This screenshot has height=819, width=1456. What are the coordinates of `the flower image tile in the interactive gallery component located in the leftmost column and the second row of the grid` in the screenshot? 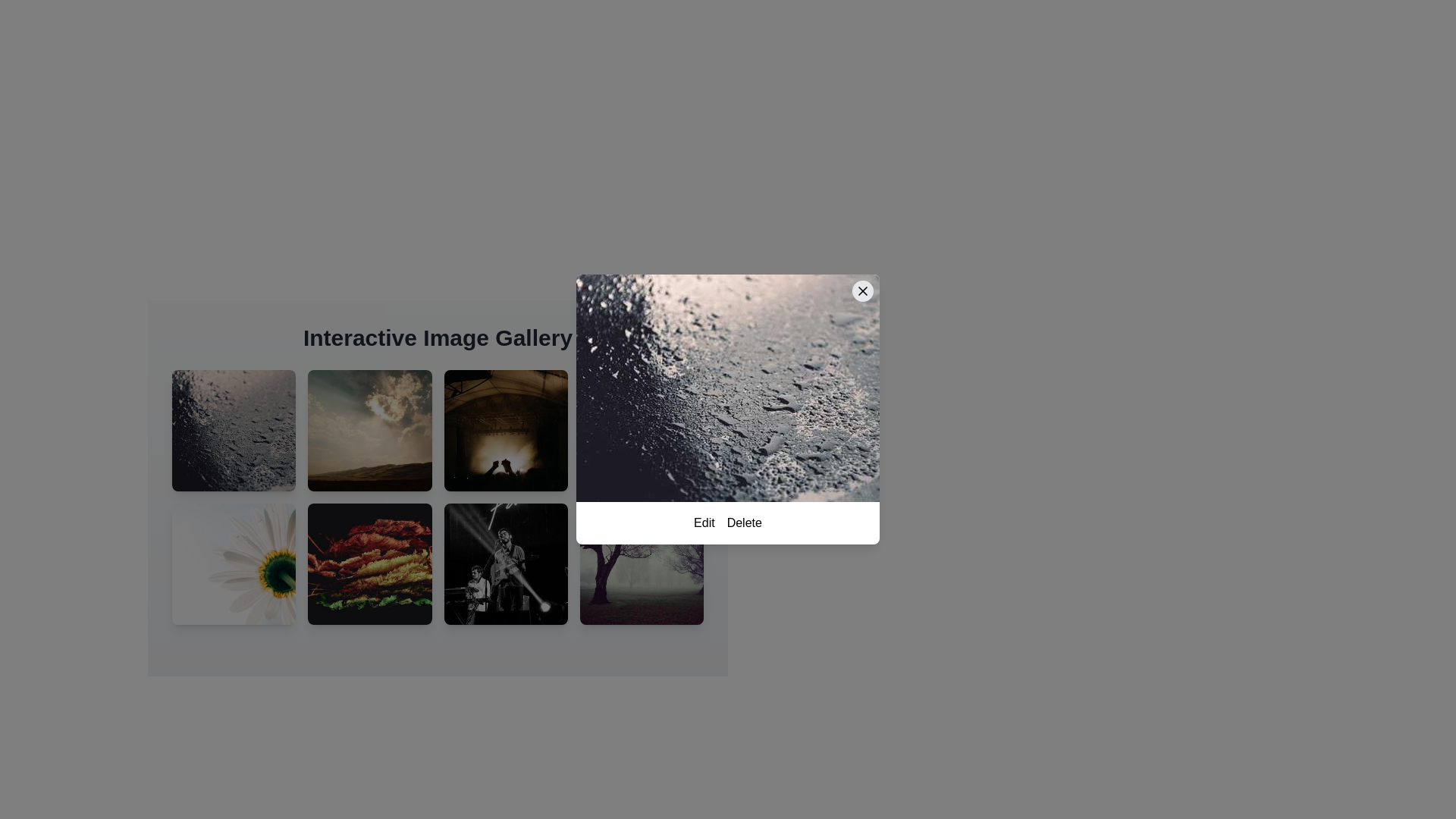 It's located at (233, 564).